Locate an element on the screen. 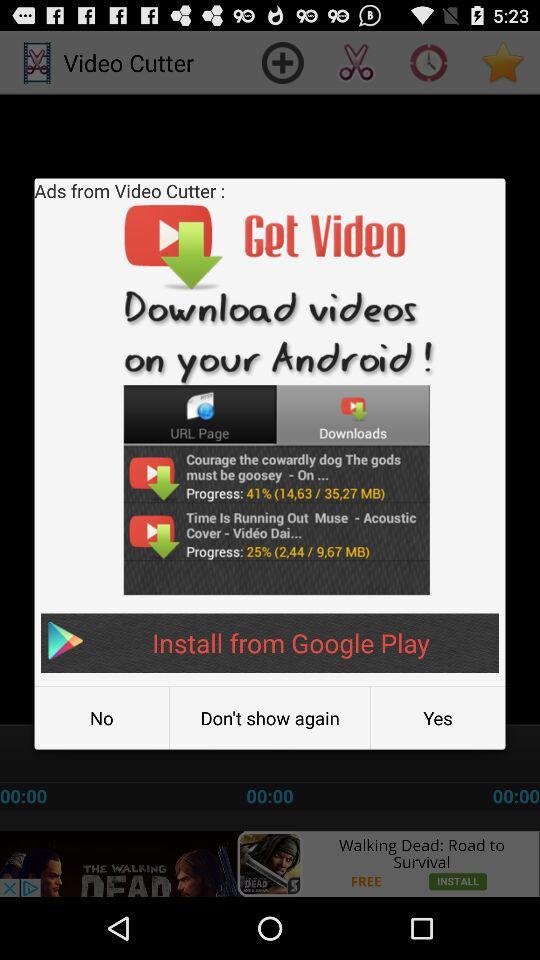  advertisement is located at coordinates (270, 863).